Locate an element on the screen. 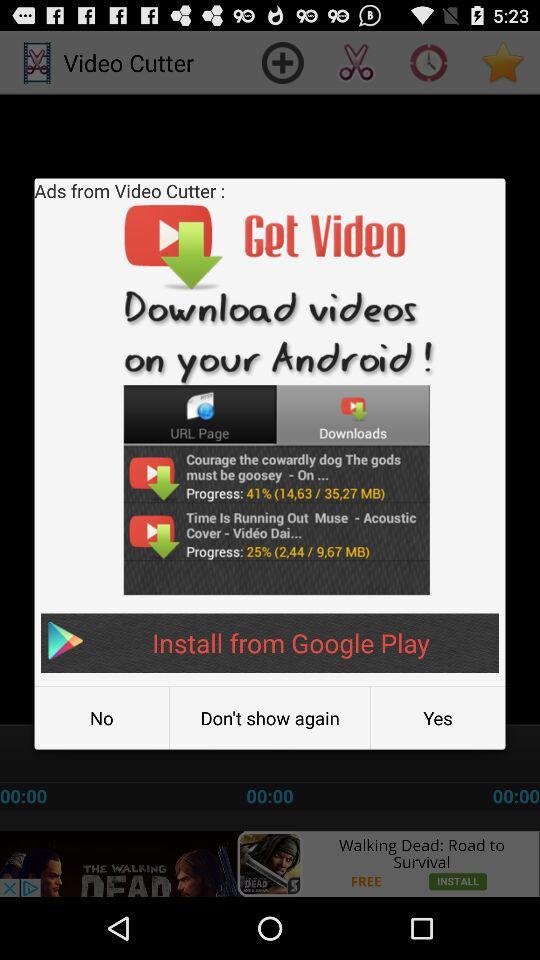  advertisement is located at coordinates (270, 863).